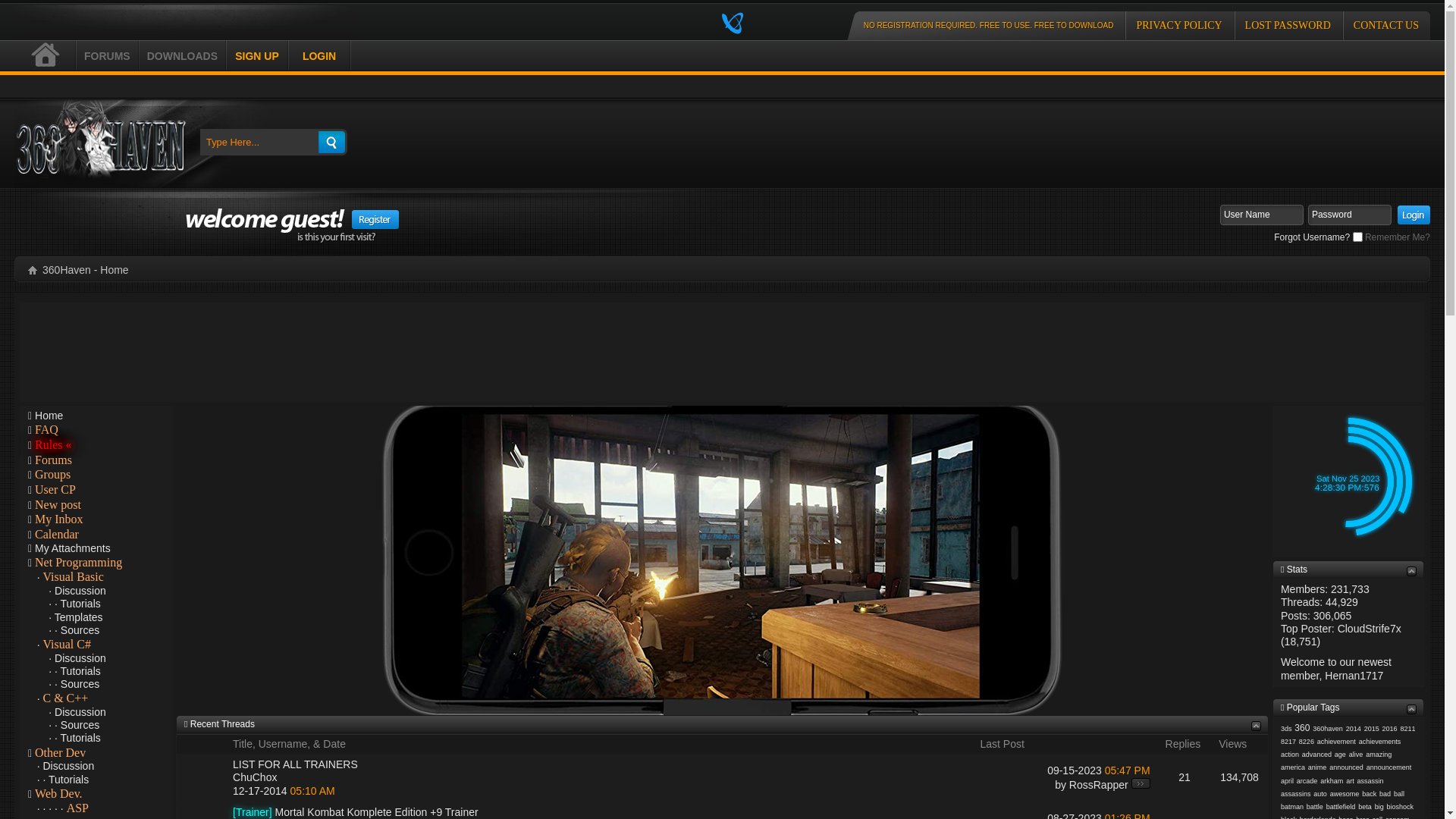  Describe the element at coordinates (1345, 792) in the screenshot. I see `'awesome'` at that location.